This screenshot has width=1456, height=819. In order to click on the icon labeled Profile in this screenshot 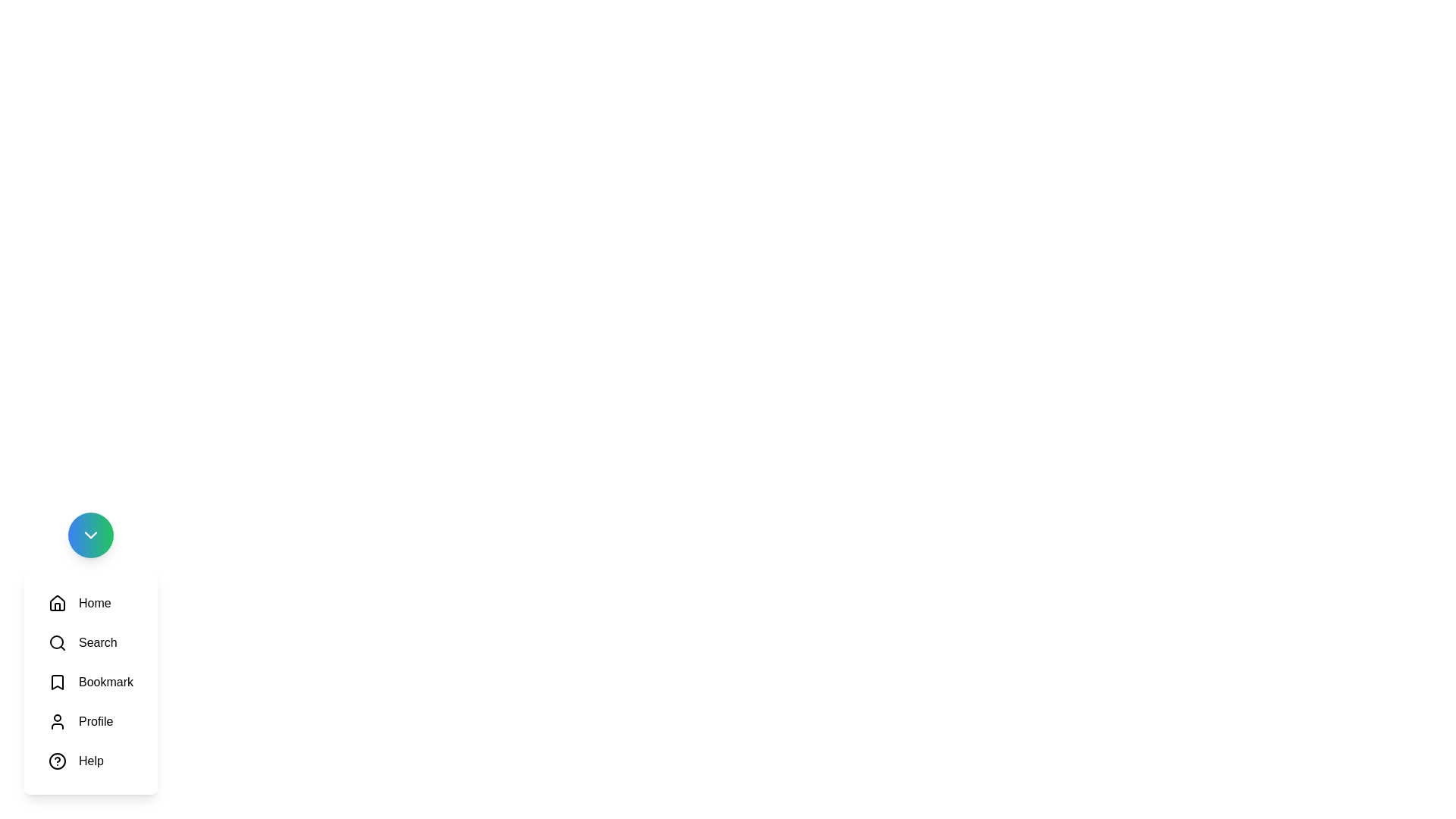, I will do `click(80, 721)`.